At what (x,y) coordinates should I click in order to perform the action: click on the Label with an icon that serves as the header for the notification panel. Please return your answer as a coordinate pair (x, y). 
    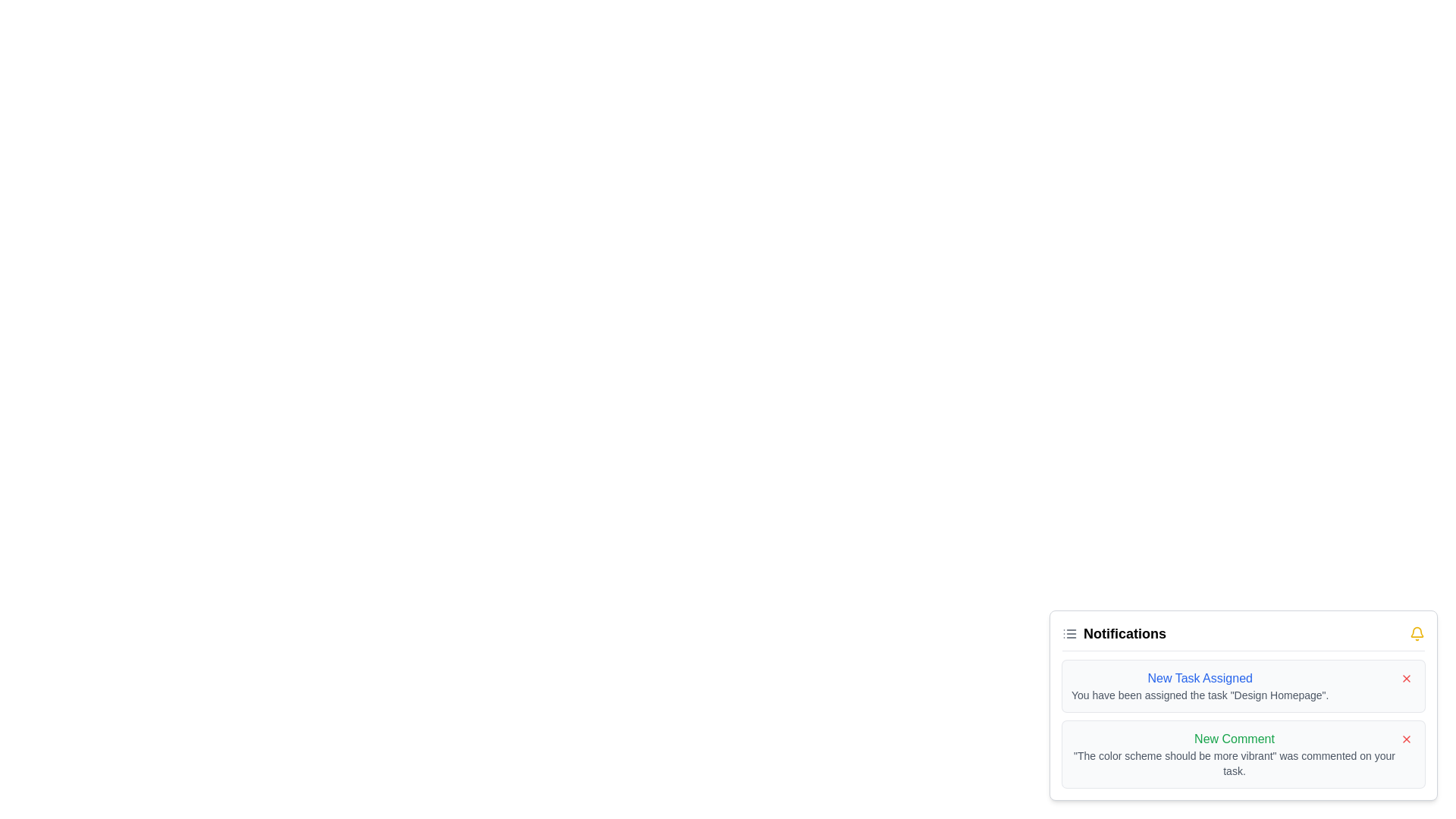
    Looking at the image, I should click on (1114, 634).